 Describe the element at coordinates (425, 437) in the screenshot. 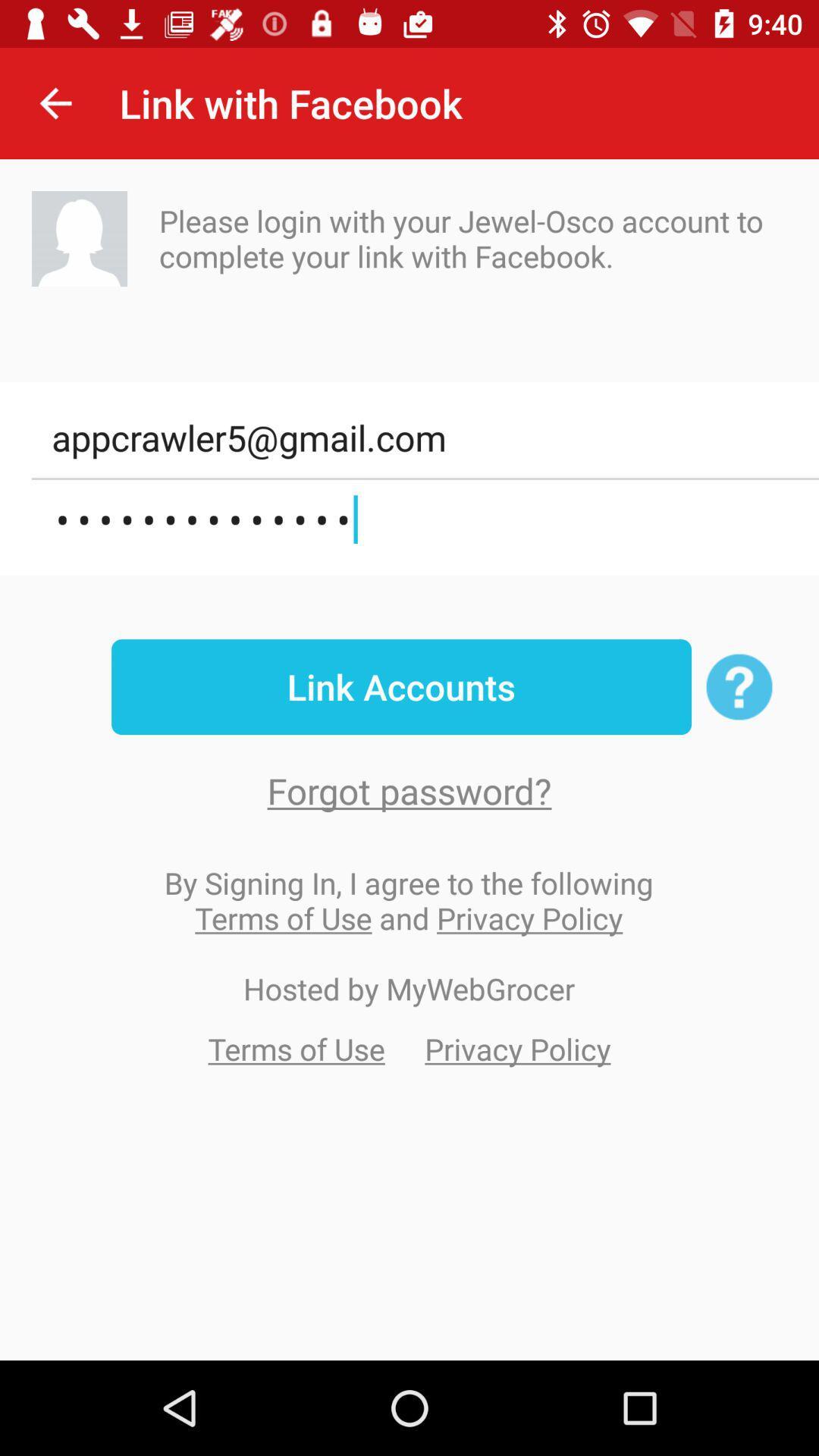

I see `appcrawler5@gmail.com icon` at that location.